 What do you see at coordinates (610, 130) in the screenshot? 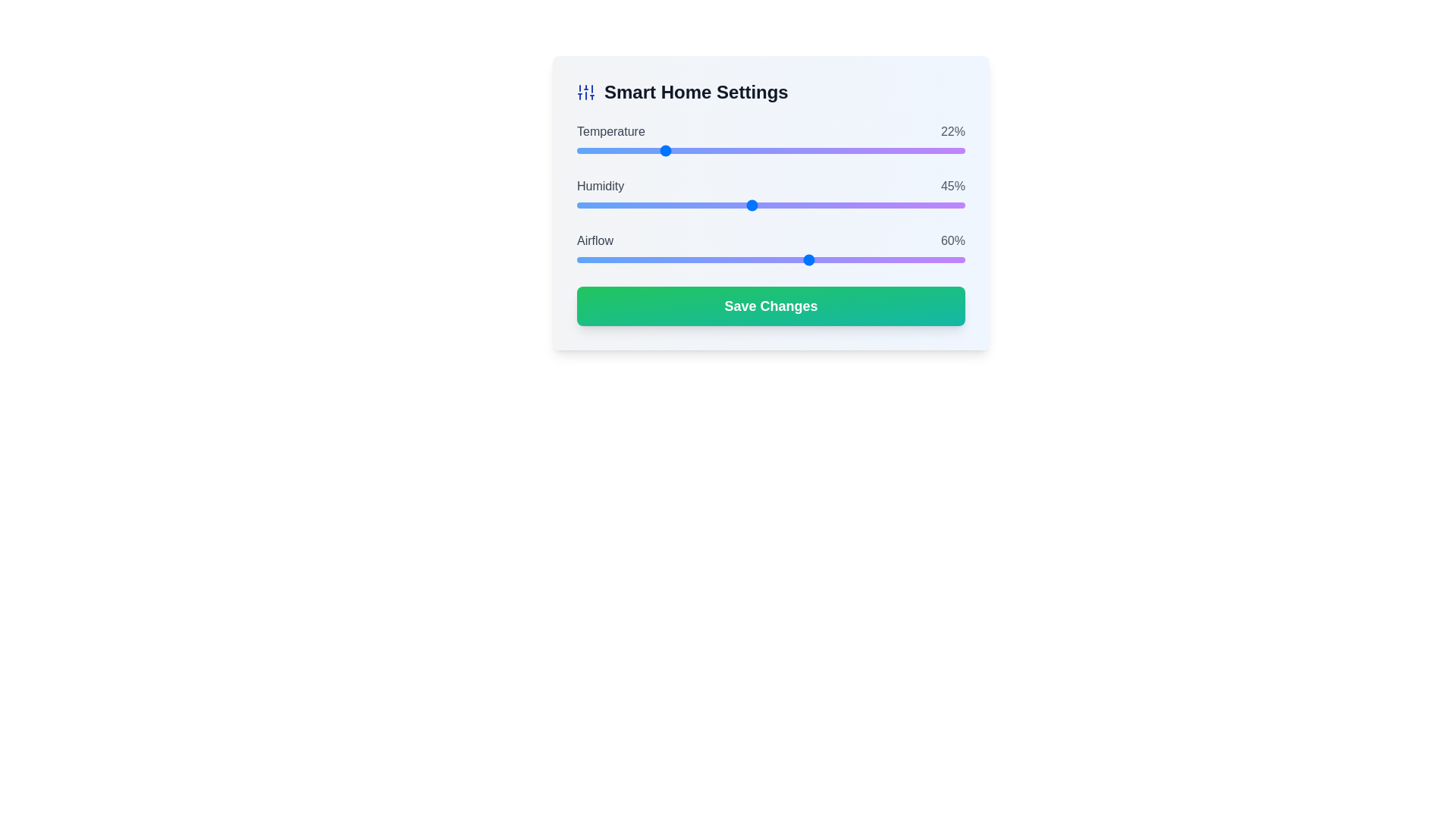
I see `the 'Temperature' label that indicates the parameter associated with the progress bar and percentage value, positioned to the left of the '22%' display in the Smart Home Settings panel` at bounding box center [610, 130].